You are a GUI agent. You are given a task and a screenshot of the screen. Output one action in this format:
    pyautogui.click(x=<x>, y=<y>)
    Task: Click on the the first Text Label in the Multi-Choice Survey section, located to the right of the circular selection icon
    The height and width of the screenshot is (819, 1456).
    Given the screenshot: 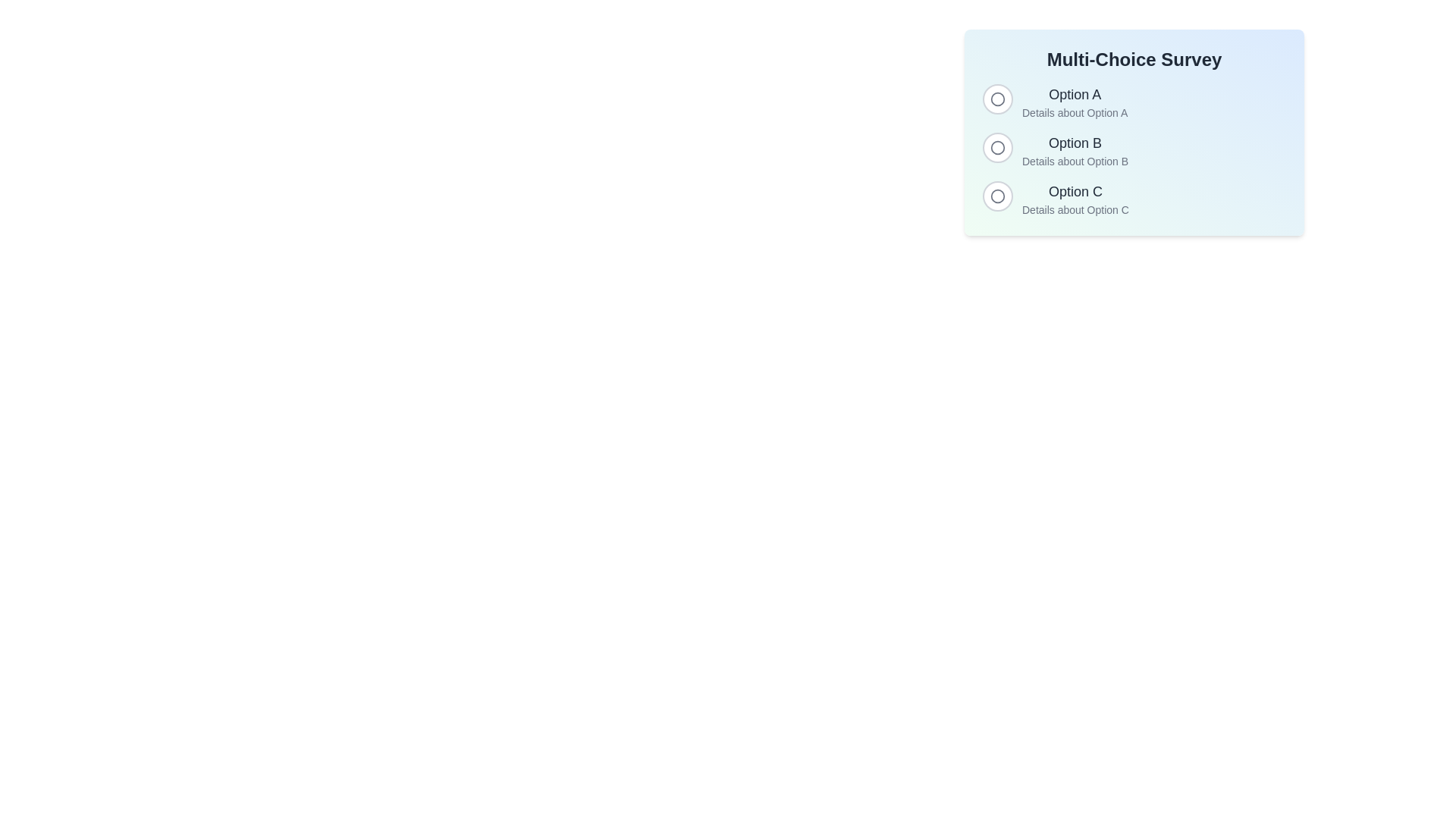 What is the action you would take?
    pyautogui.click(x=1074, y=102)
    